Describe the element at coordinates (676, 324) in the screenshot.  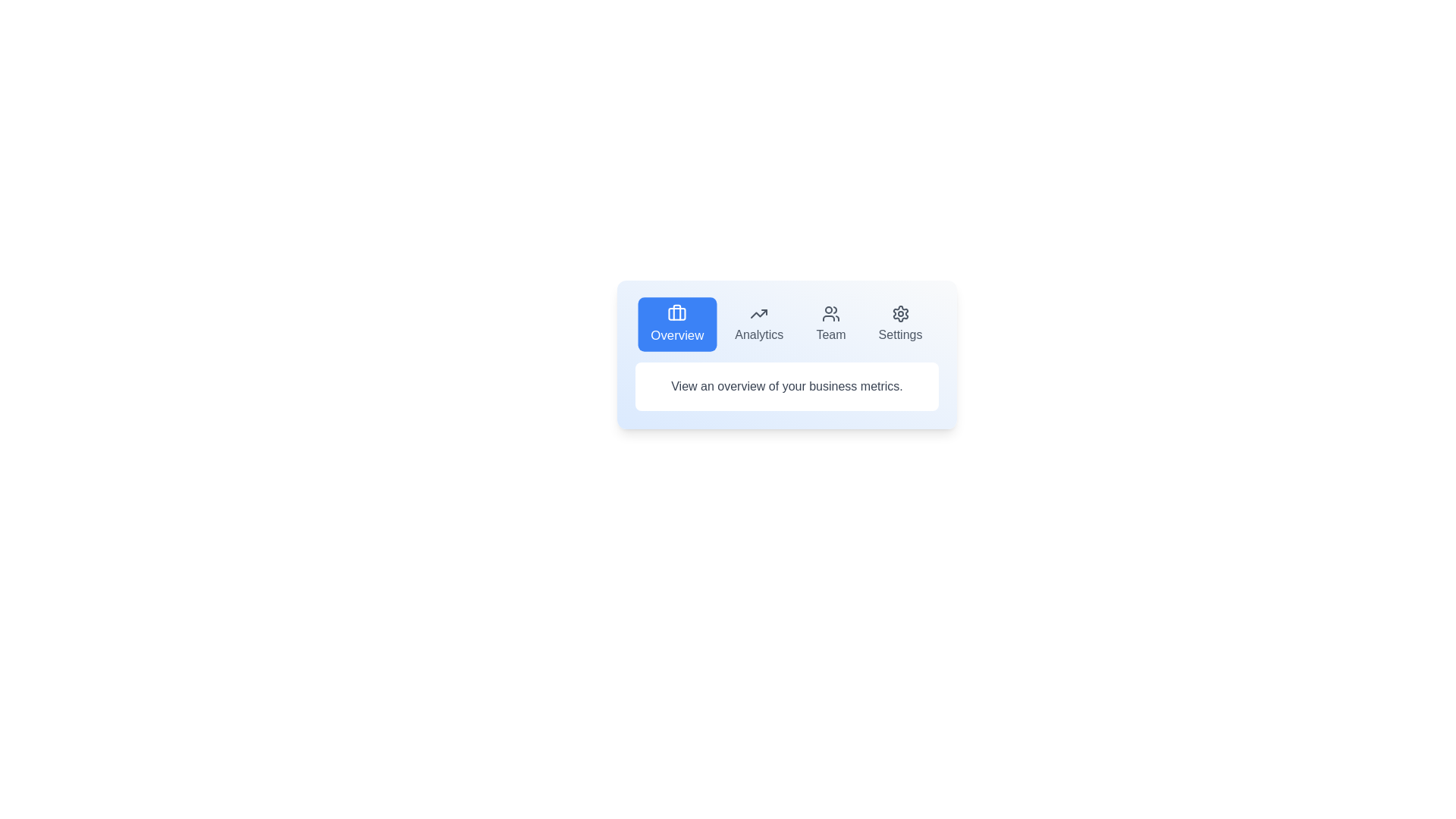
I see `the Overview tab by clicking on its button` at that location.